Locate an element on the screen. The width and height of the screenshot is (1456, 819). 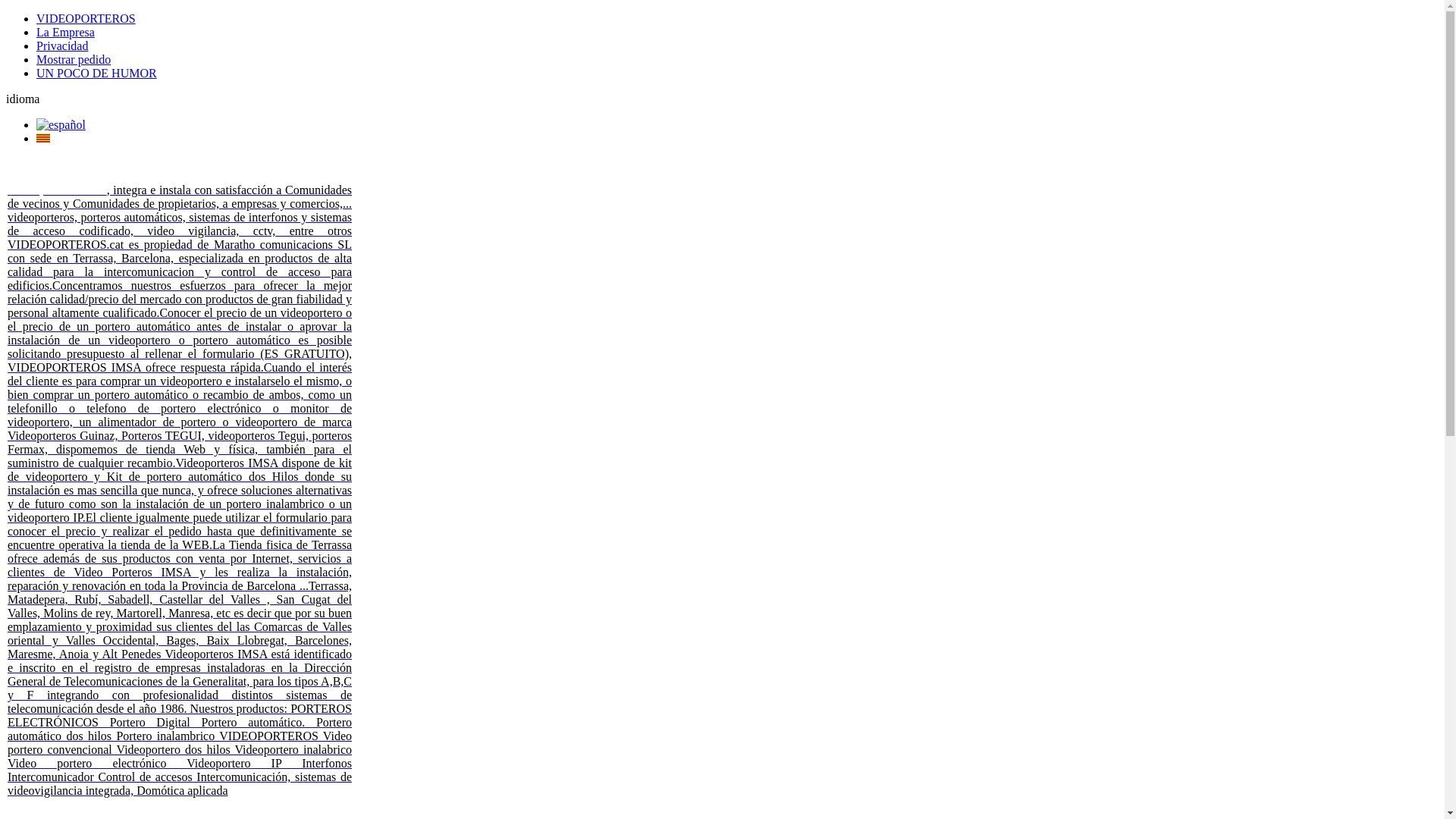
'Mostrar pedido' is located at coordinates (72, 58).